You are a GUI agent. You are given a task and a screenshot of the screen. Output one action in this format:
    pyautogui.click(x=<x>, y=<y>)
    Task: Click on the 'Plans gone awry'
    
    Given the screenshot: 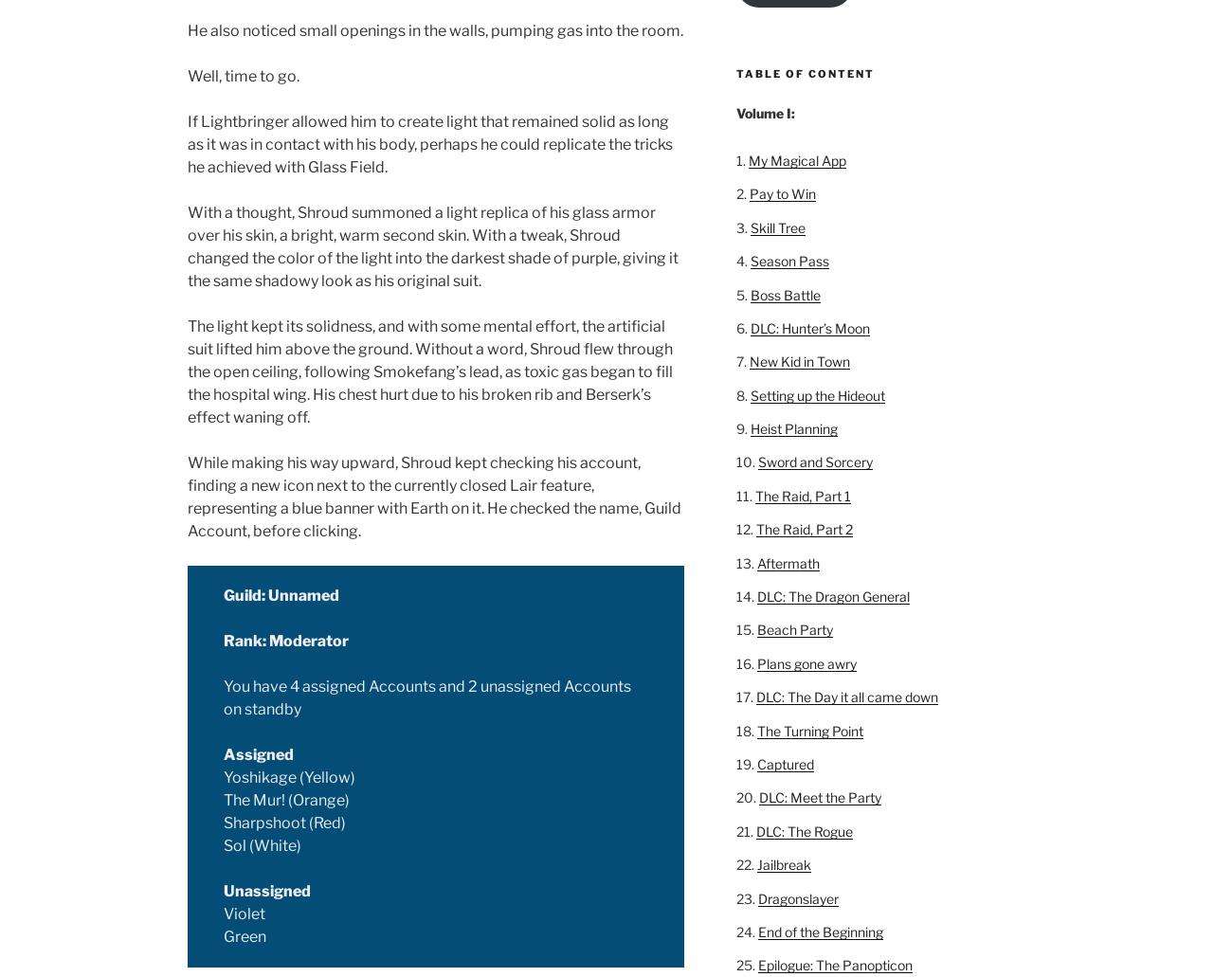 What is the action you would take?
    pyautogui.click(x=806, y=662)
    